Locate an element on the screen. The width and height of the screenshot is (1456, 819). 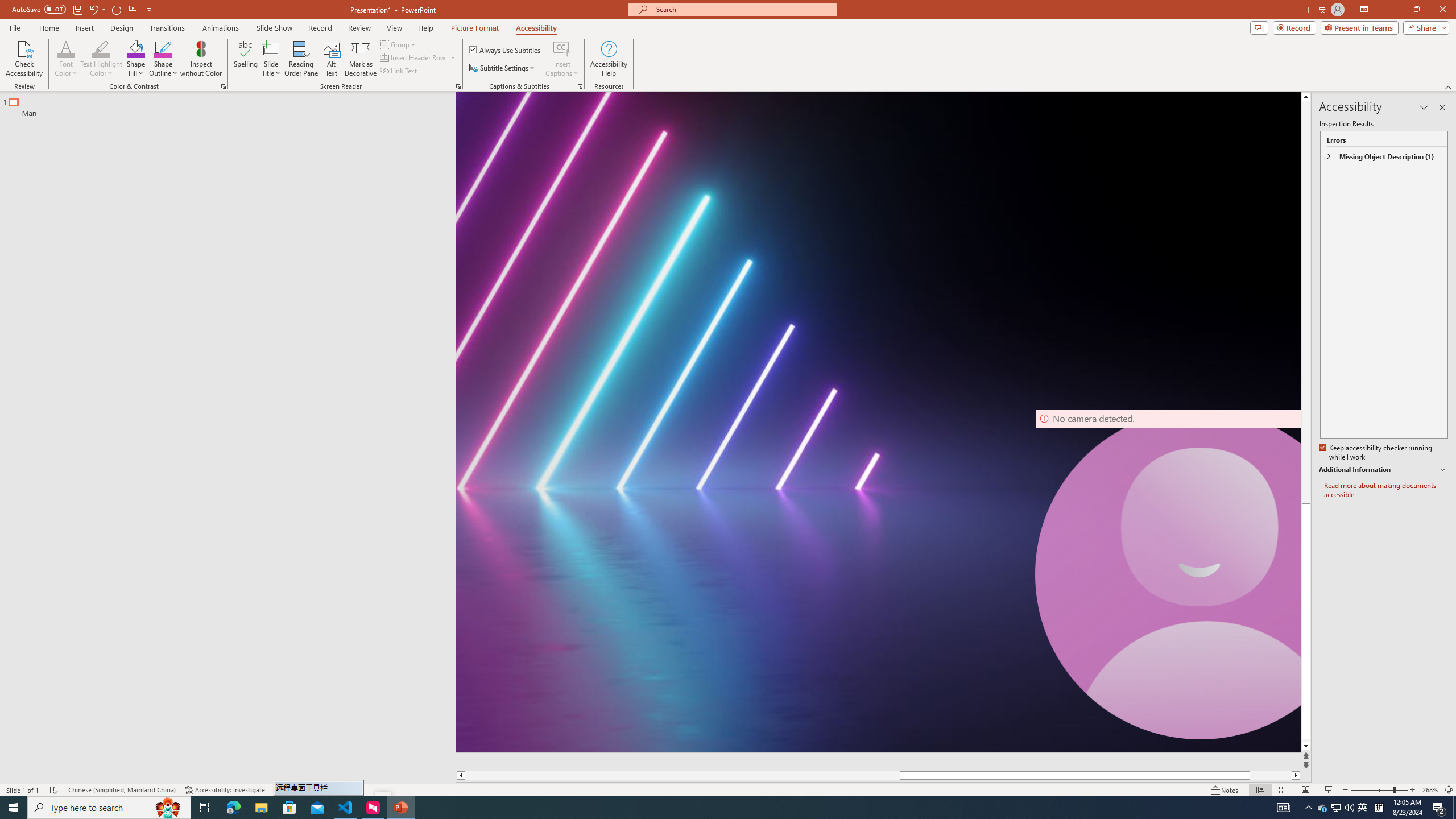
'Group' is located at coordinates (399, 44).